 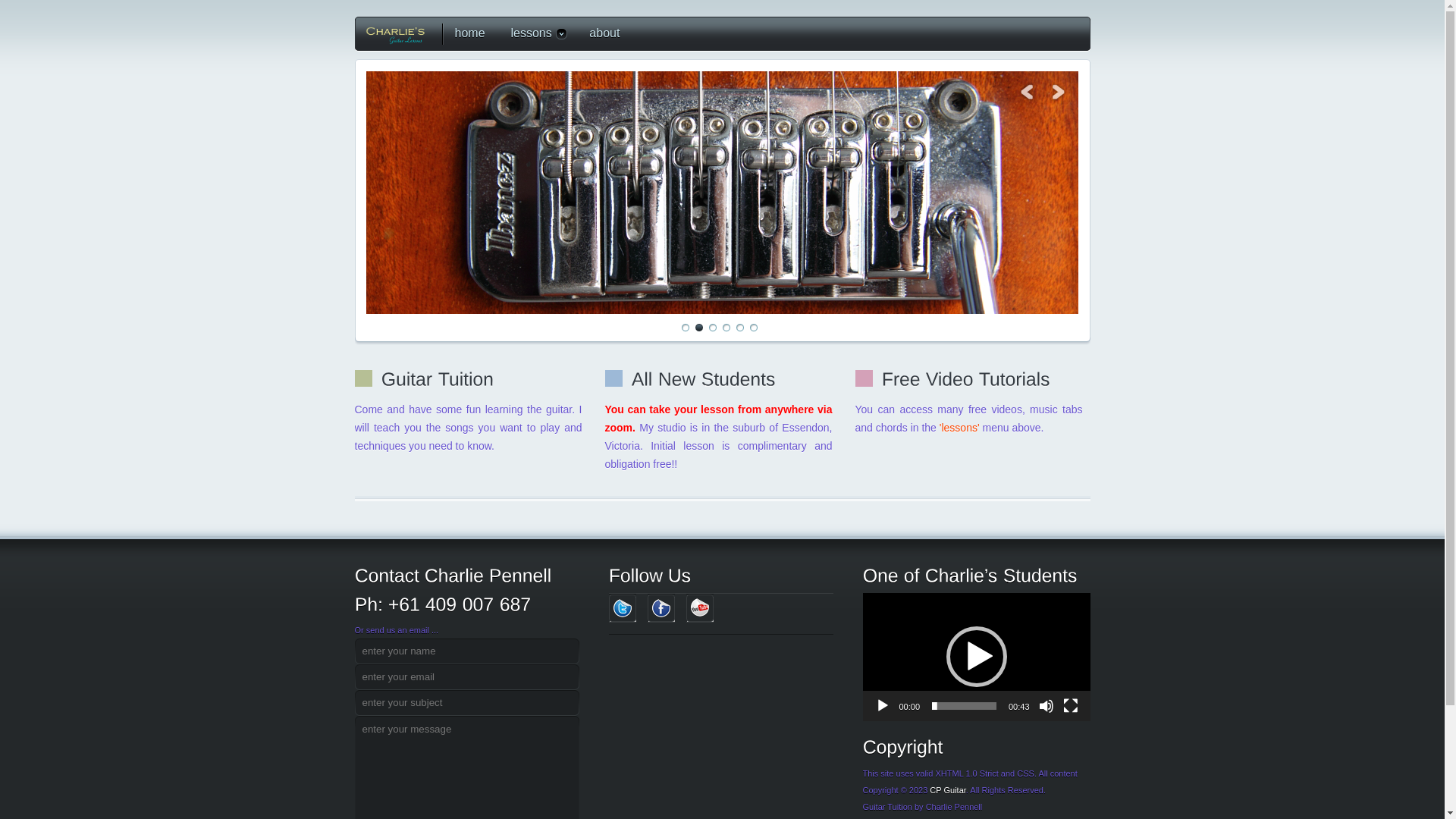 What do you see at coordinates (960, 427) in the screenshot?
I see `''lessons''` at bounding box center [960, 427].